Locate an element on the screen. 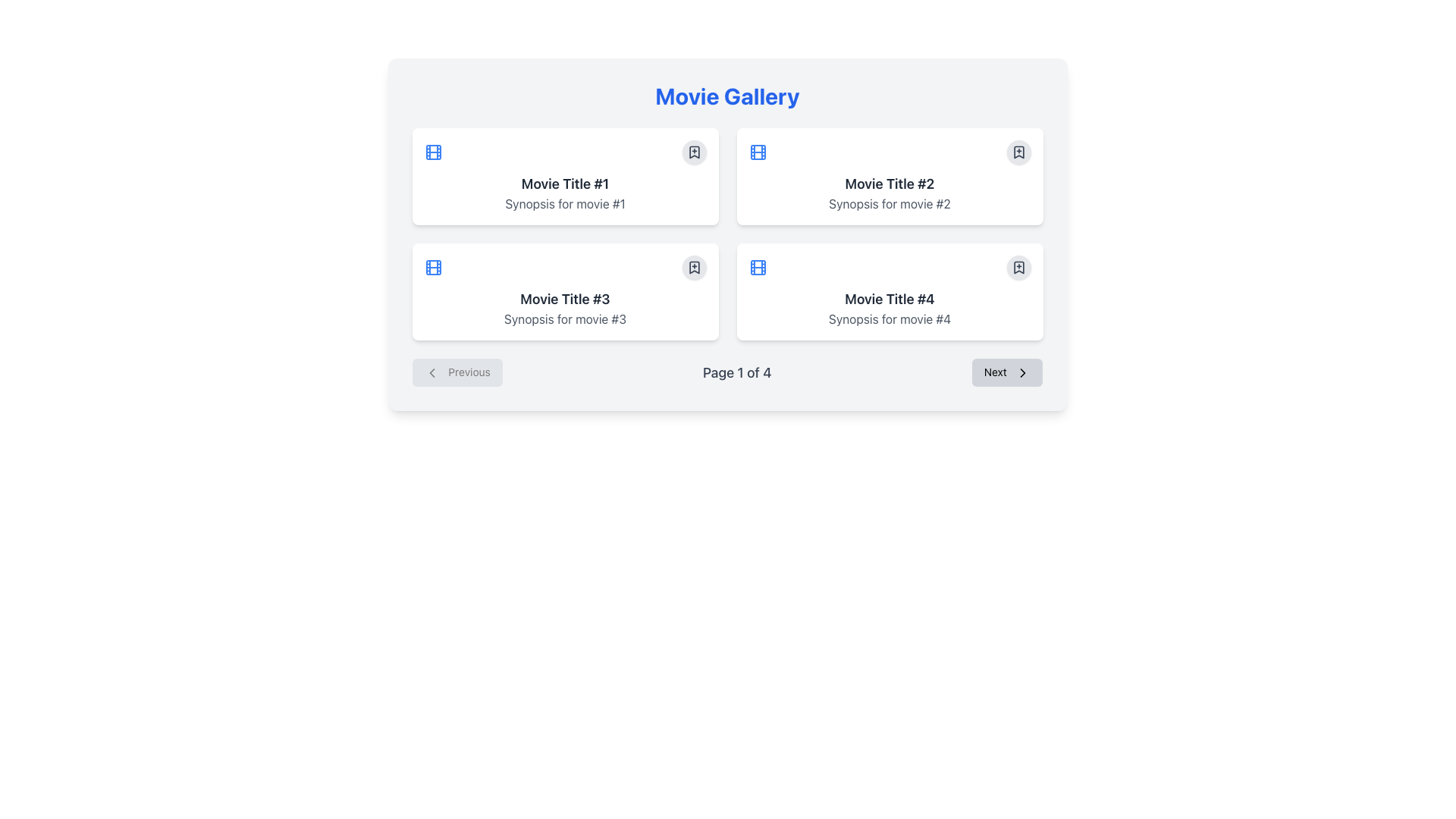 The width and height of the screenshot is (1456, 819). text value of the Text Label displaying 'Movie Title #3' located in the bottom-left card of a 2x2 grid layout is located at coordinates (564, 299).